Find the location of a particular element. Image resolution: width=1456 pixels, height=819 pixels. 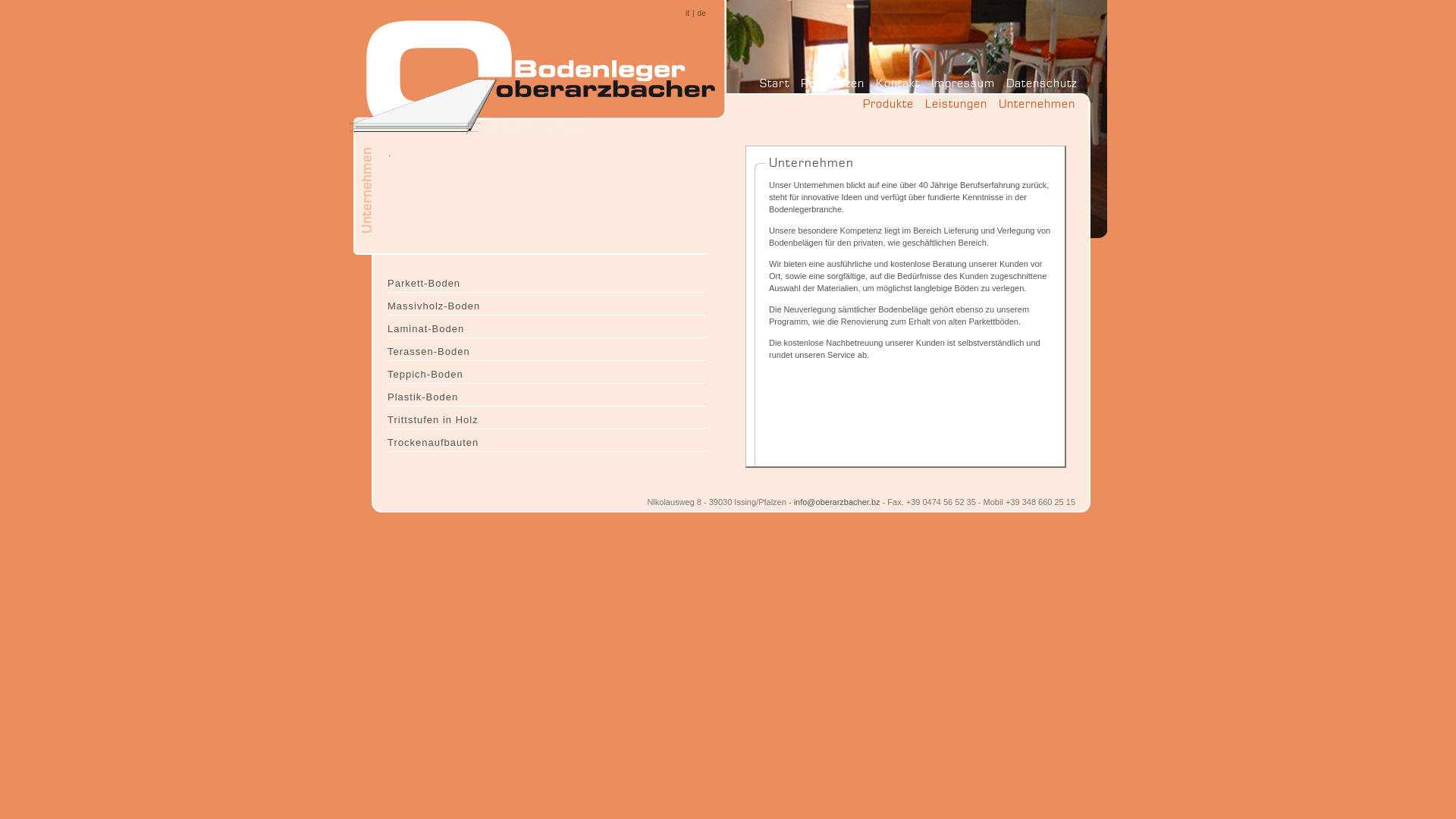

'Teppich-Boden' is located at coordinates (546, 372).